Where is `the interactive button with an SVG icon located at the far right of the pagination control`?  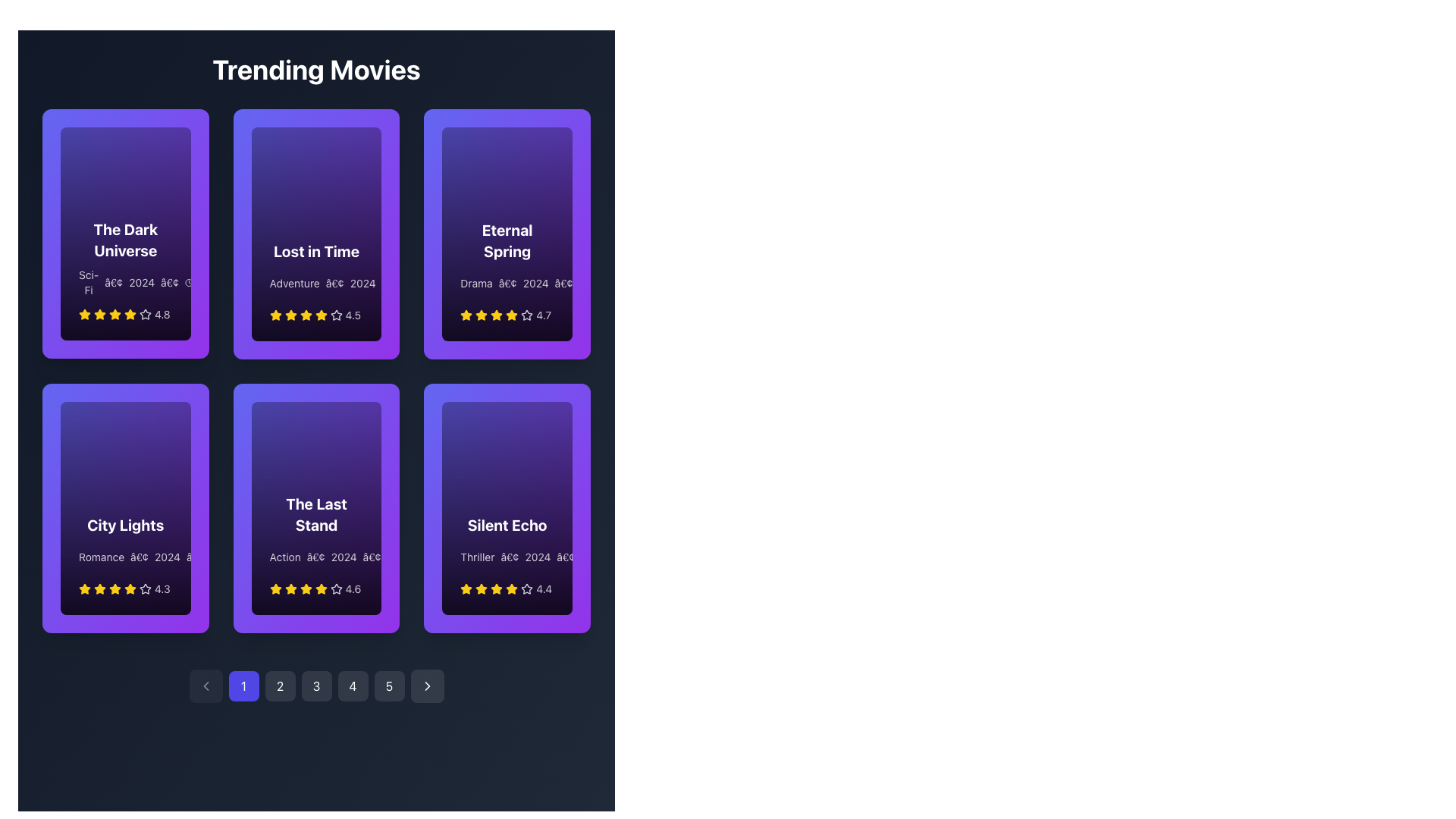
the interactive button with an SVG icon located at the far right of the pagination control is located at coordinates (426, 686).